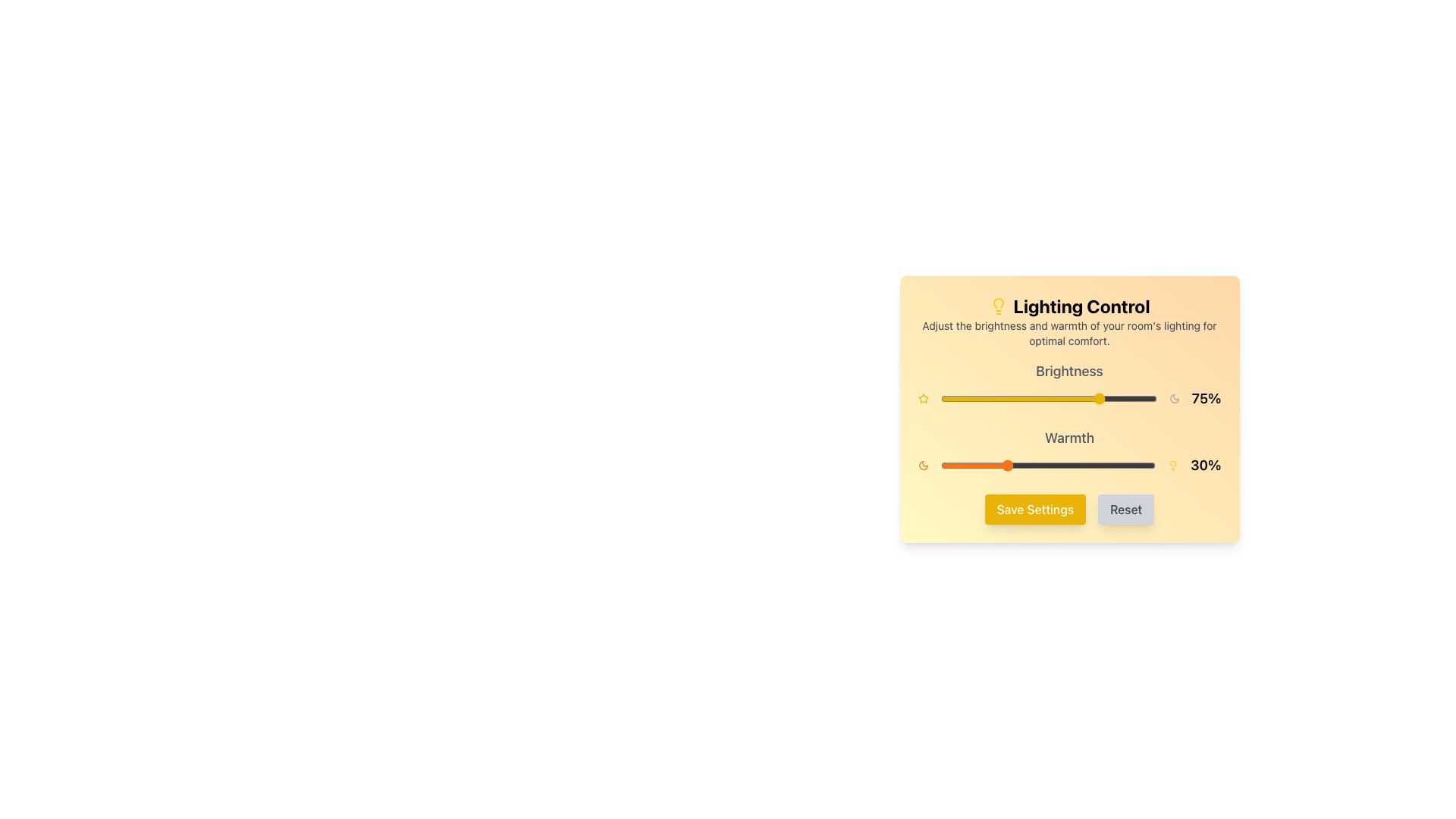 This screenshot has width=1456, height=819. I want to click on the warmth, so click(950, 464).